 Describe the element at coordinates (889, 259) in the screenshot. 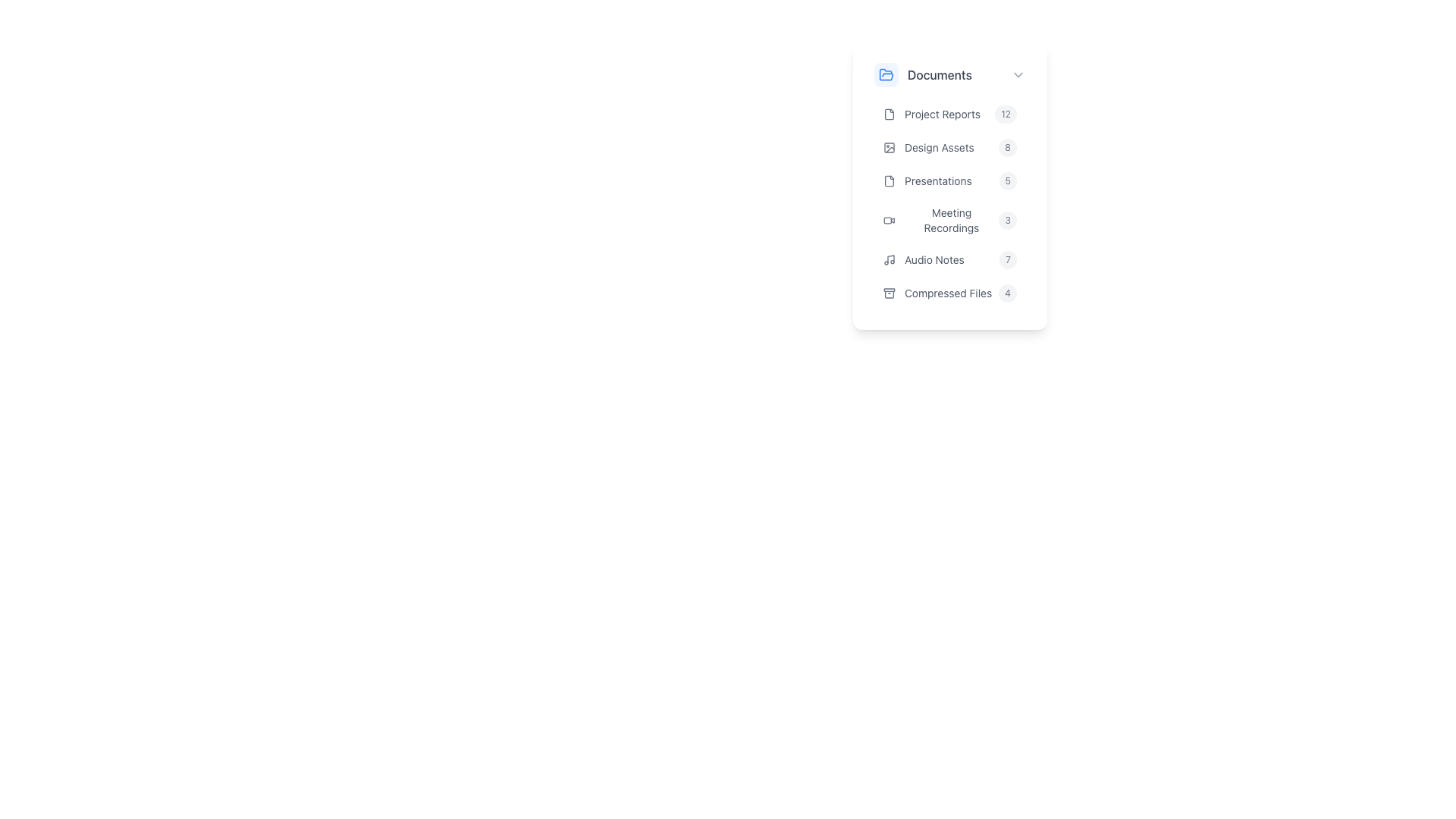

I see `the musical note icon, which is gray and changes to blue when hovered, located next to the text 'Audio Notes' in the 'Documents' list` at that location.